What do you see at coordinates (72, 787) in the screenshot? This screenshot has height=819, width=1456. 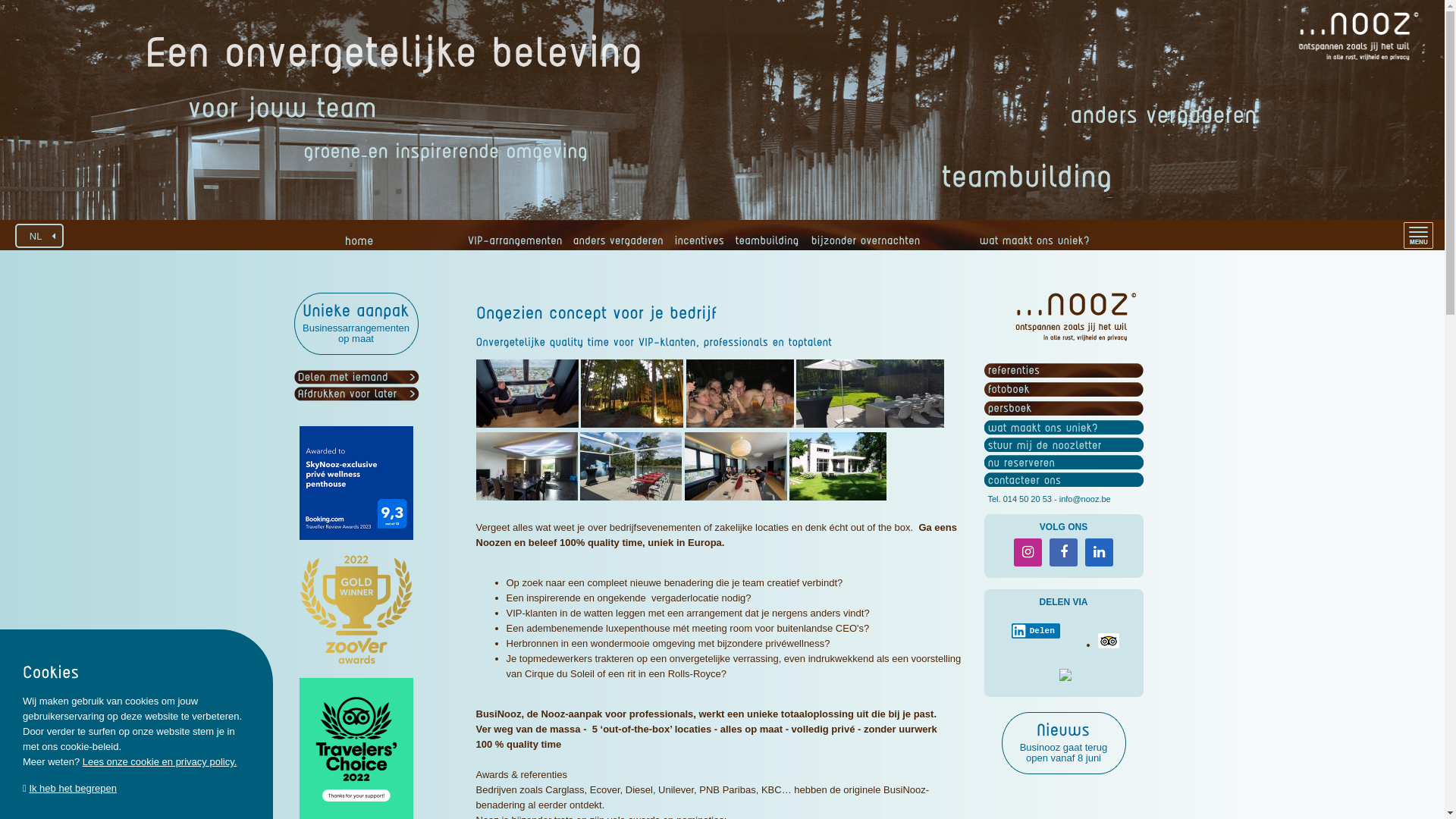 I see `'Ik heb het begrepen'` at bounding box center [72, 787].